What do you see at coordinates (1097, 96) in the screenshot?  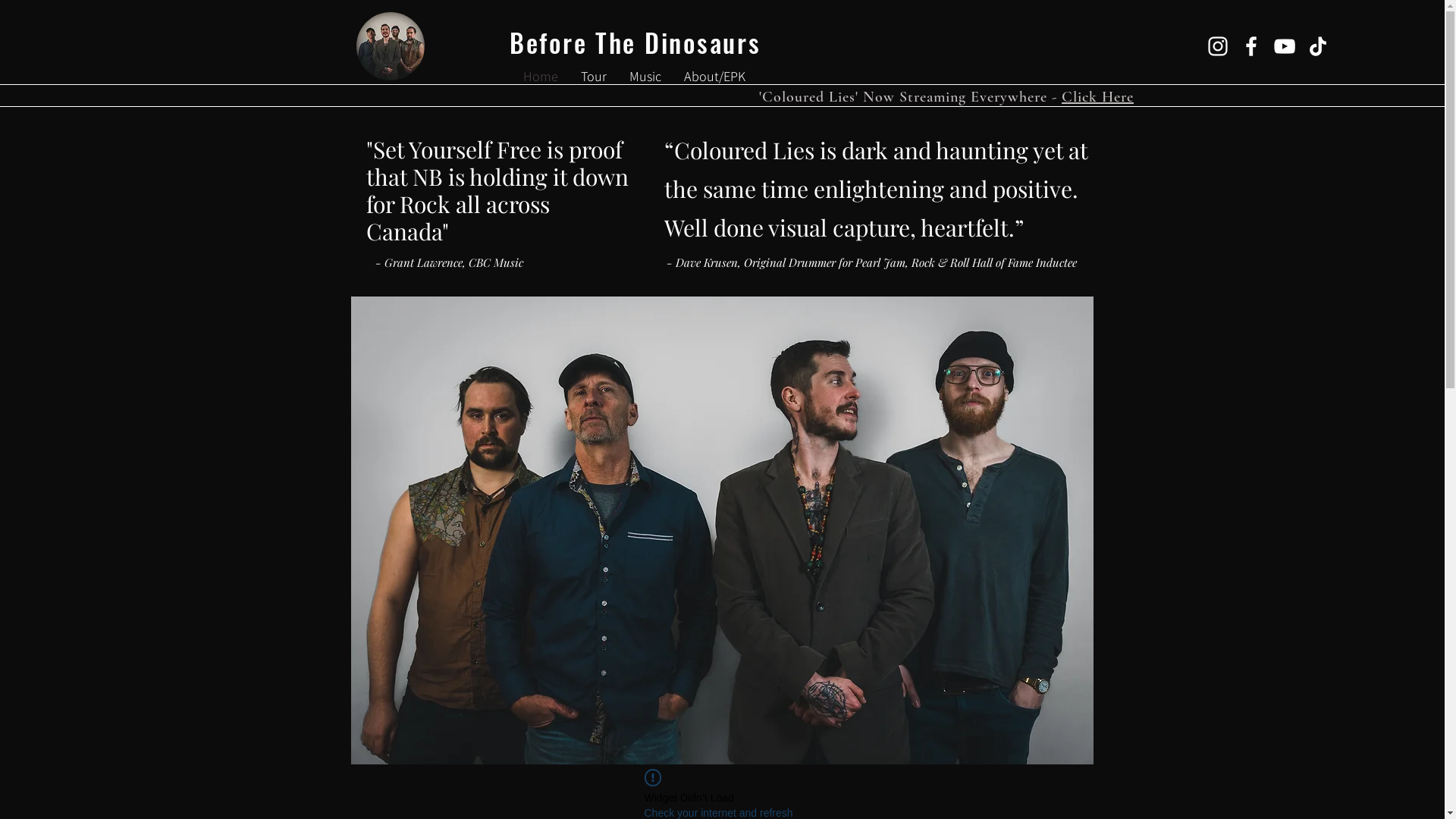 I see `'Click Here'` at bounding box center [1097, 96].